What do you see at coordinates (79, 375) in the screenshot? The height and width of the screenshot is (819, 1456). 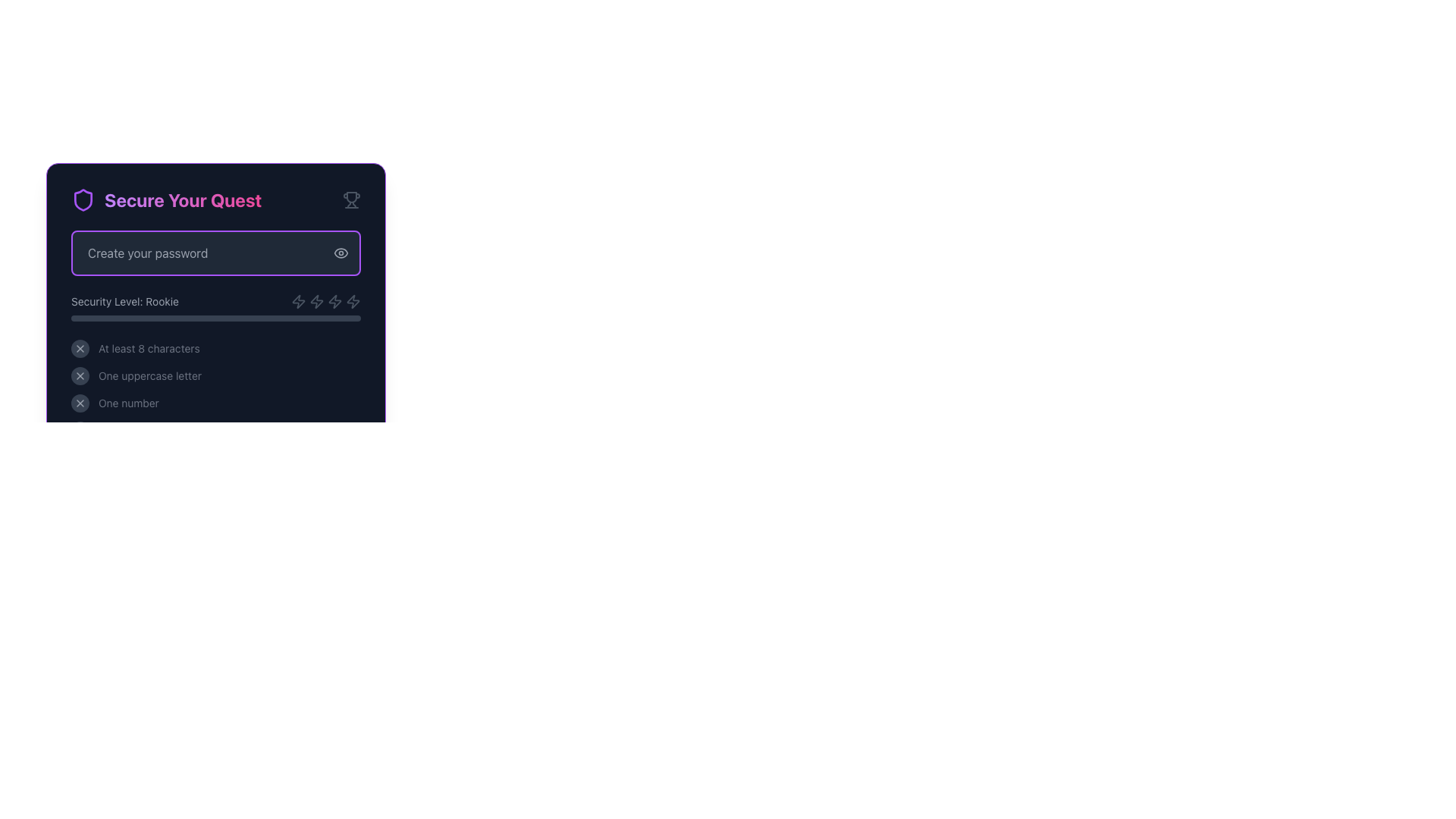 I see `the circular gray icon with an 'X' mark, which indicates a negative status and is positioned second in a vertical list of password requirements` at bounding box center [79, 375].